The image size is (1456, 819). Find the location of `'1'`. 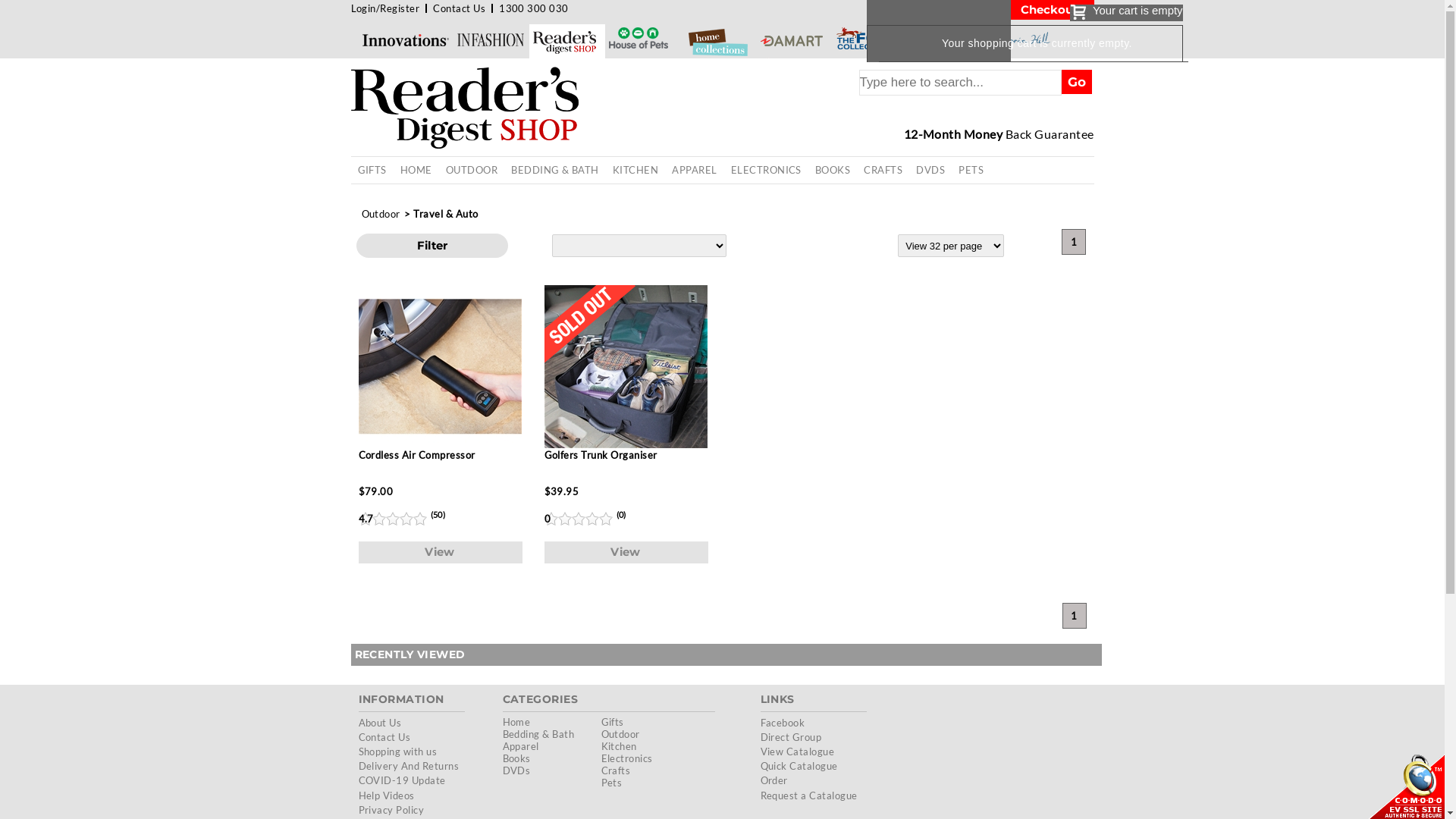

'1' is located at coordinates (1073, 241).